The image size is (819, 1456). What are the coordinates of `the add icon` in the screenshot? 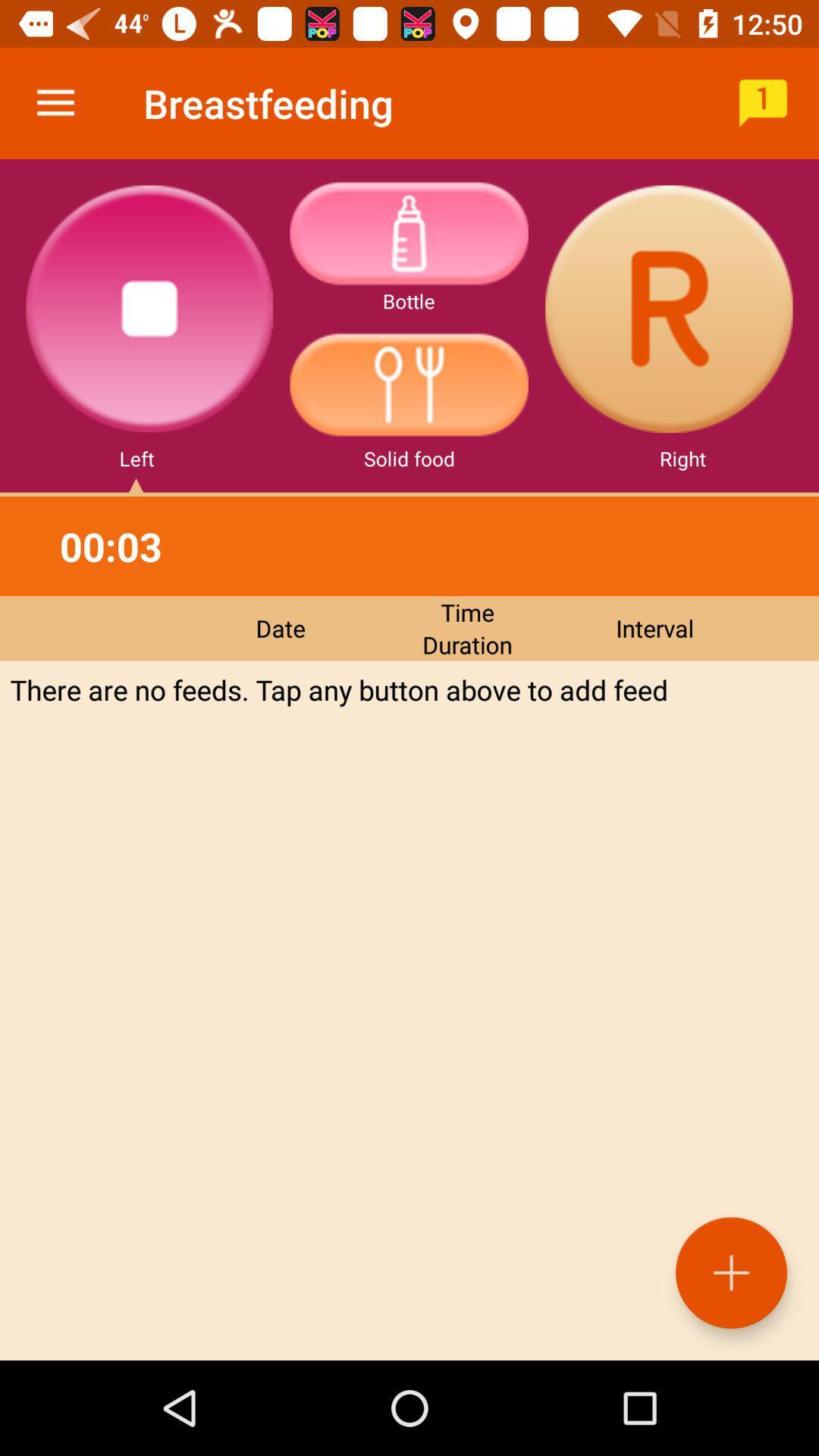 It's located at (730, 1272).